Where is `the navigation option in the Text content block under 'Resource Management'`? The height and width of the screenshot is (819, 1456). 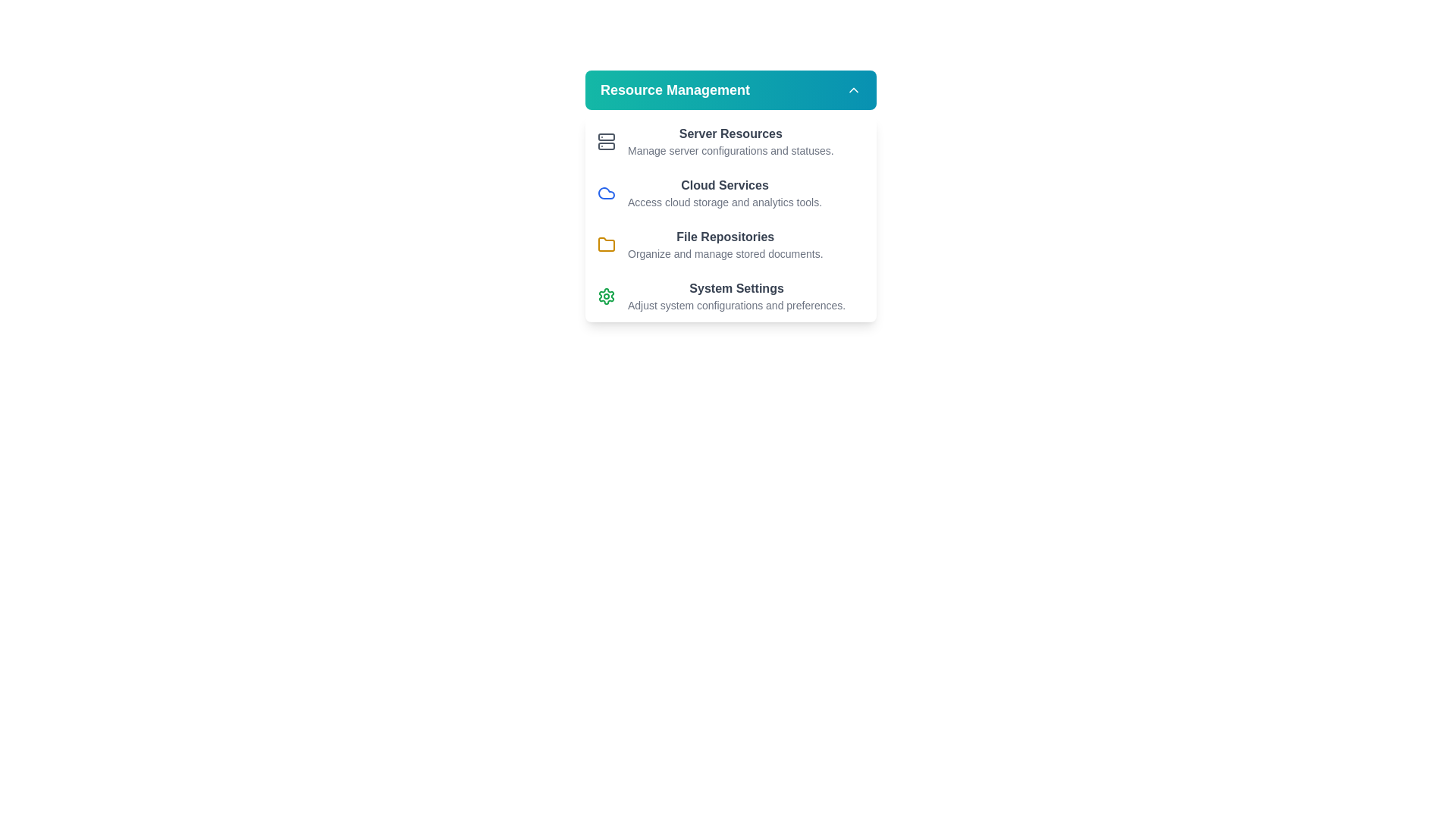
the navigation option in the Text content block under 'Resource Management' is located at coordinates (723, 192).